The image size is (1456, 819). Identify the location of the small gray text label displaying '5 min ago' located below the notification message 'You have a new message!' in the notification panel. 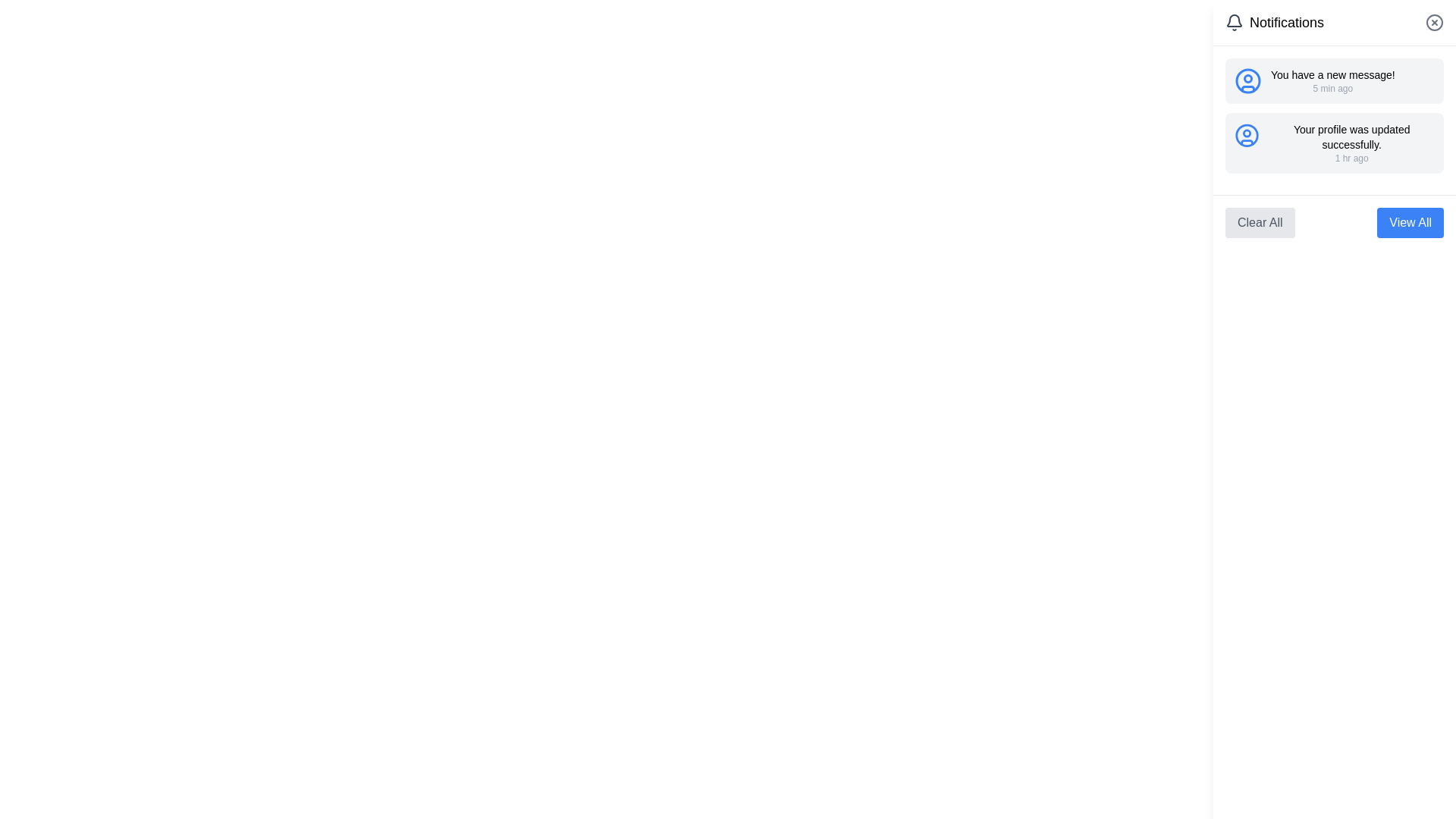
(1332, 88).